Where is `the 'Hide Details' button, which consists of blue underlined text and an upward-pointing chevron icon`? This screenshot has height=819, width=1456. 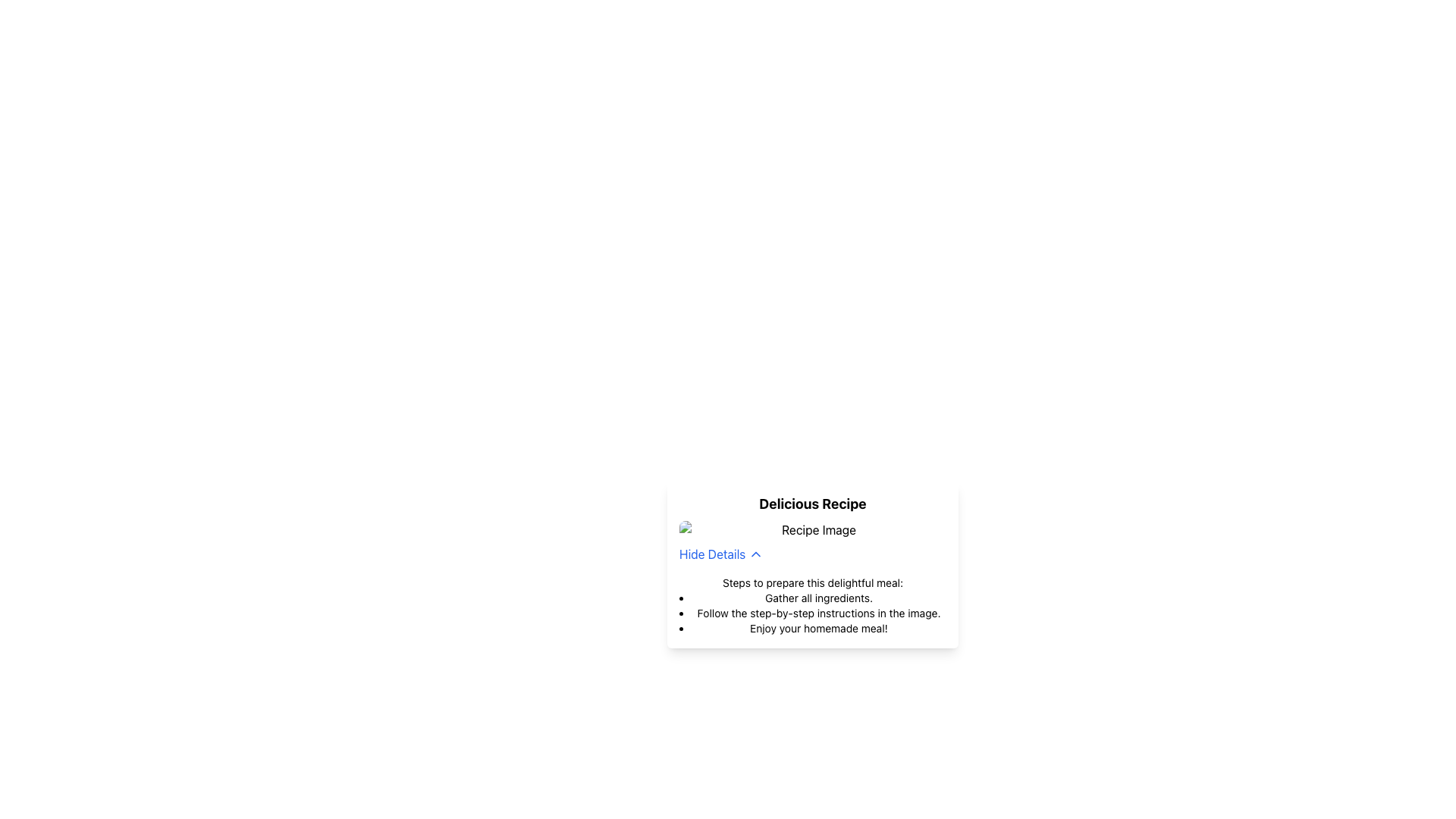 the 'Hide Details' button, which consists of blue underlined text and an upward-pointing chevron icon is located at coordinates (720, 554).